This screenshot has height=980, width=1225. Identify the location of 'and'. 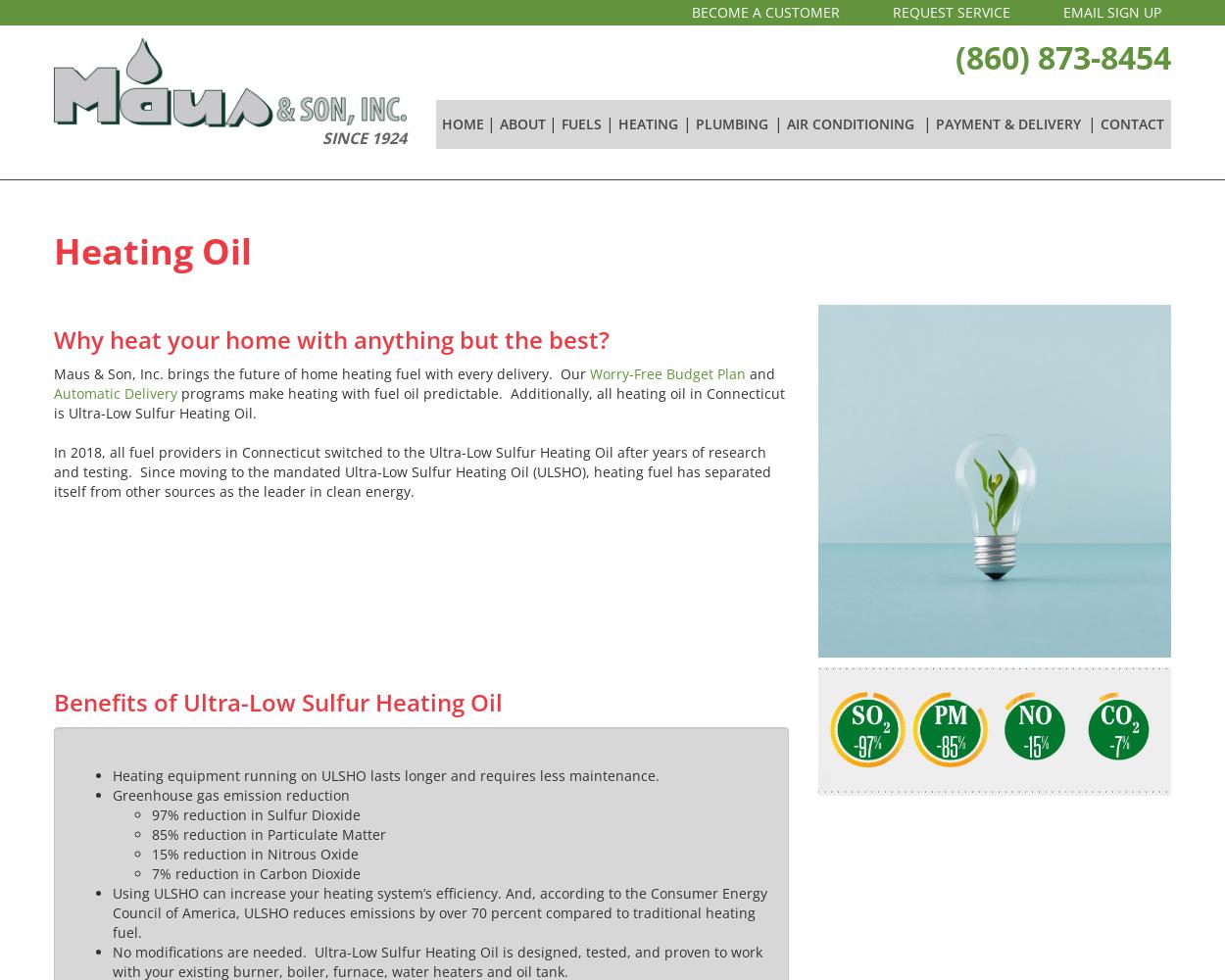
(760, 373).